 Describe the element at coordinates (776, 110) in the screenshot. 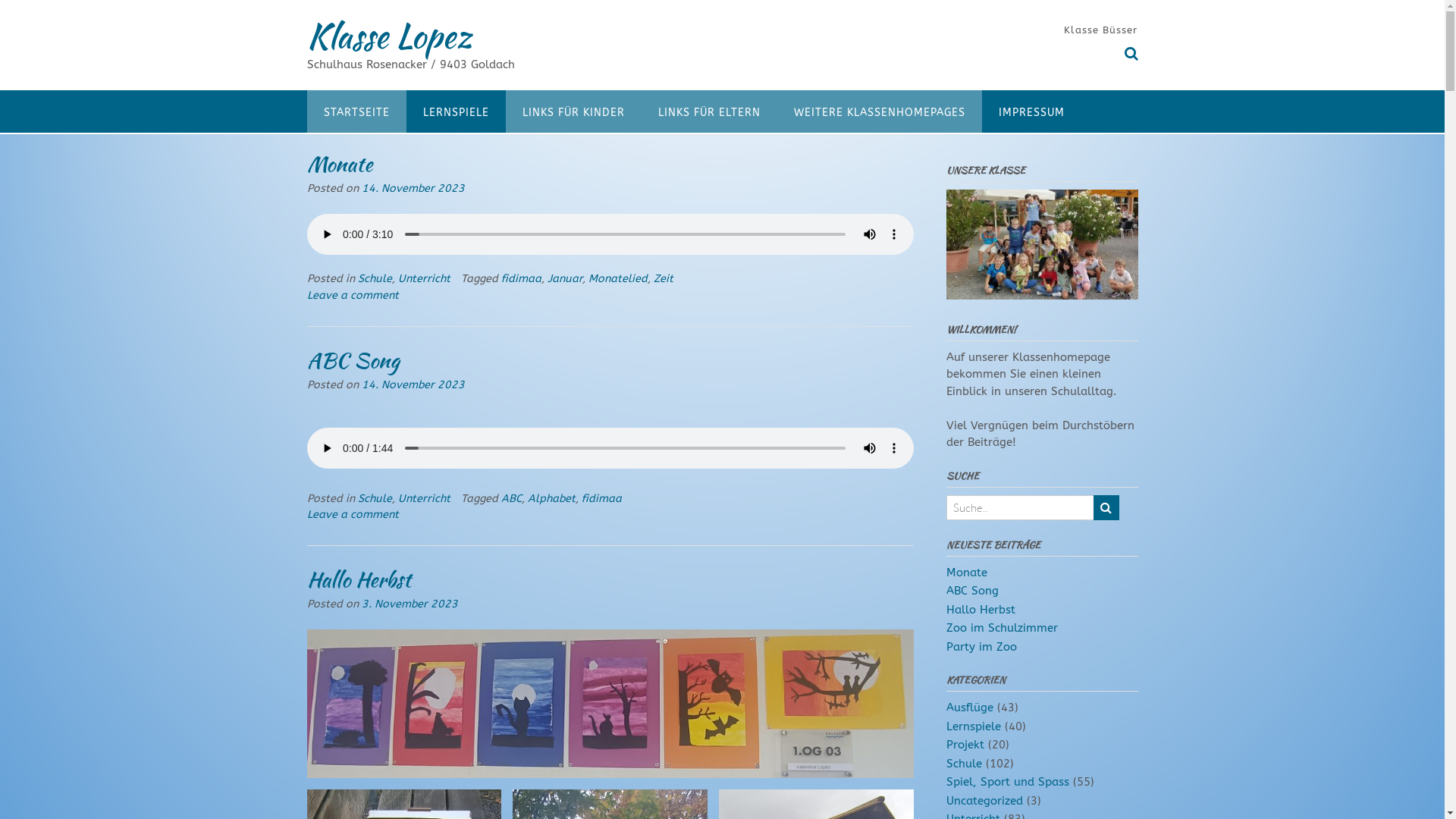

I see `'WEITERE KLASSENHOMEPAGES'` at that location.